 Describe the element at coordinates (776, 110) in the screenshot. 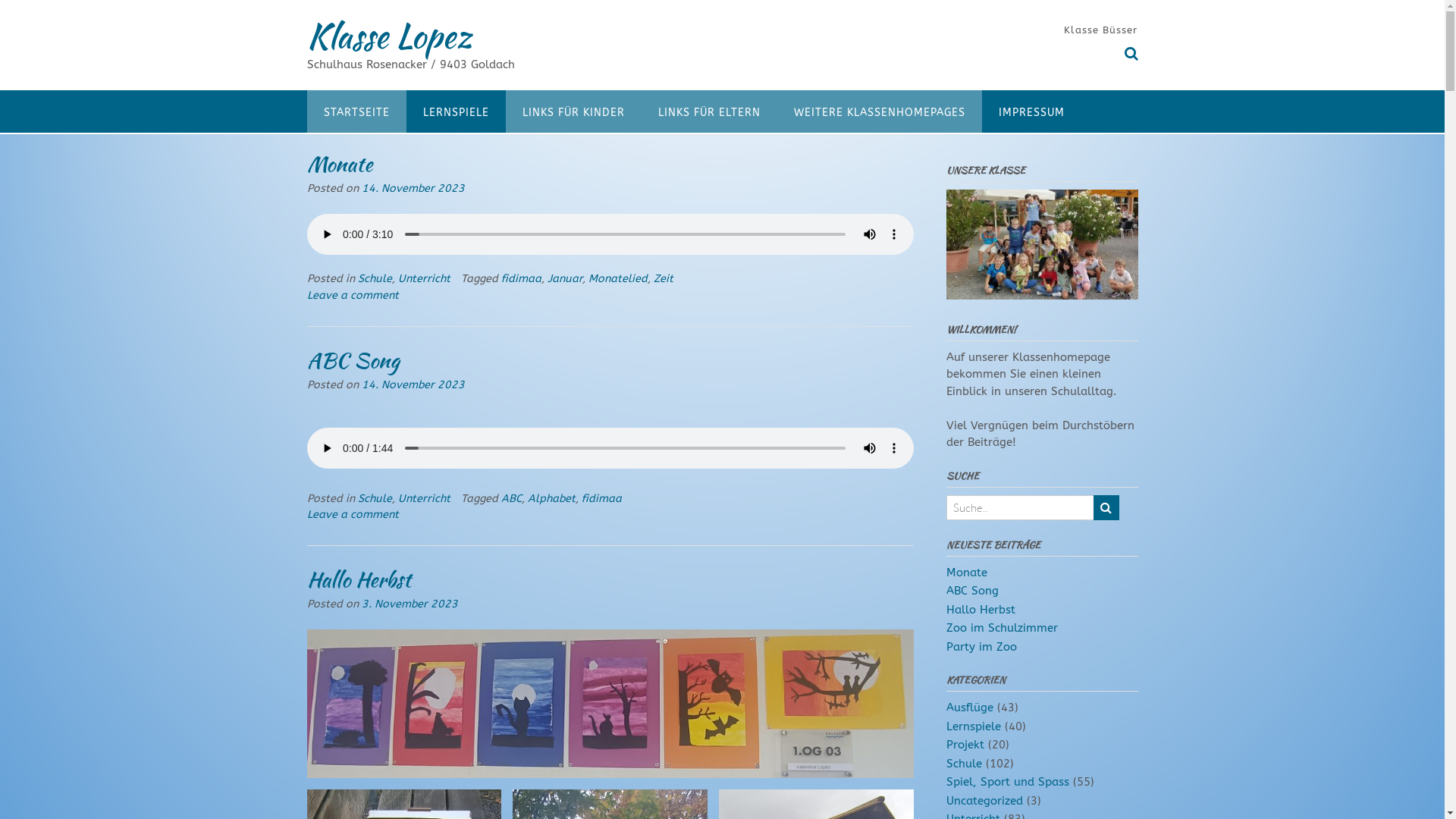

I see `'WEITERE KLASSENHOMEPAGES'` at that location.